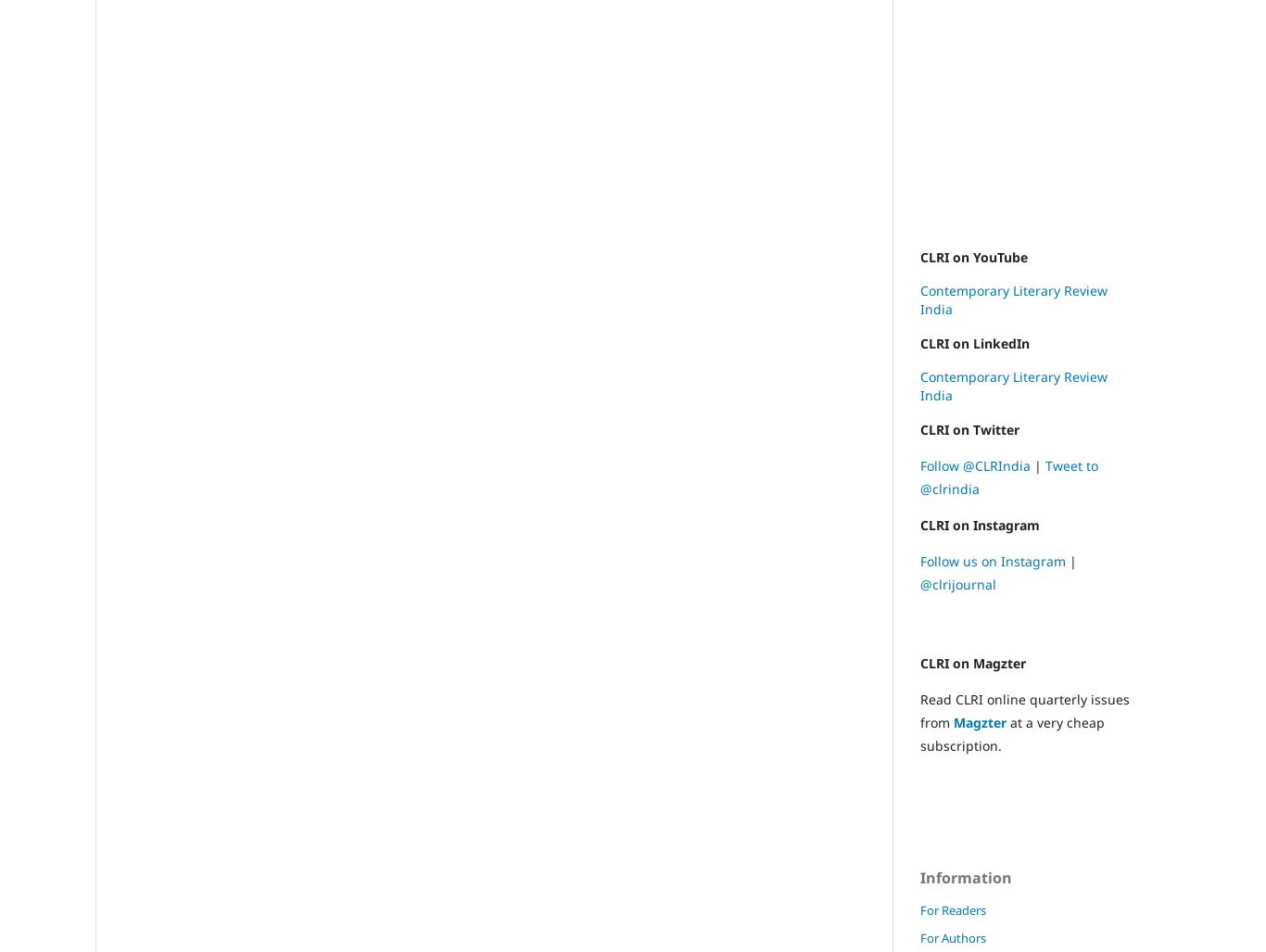  I want to click on 'CLRI on Twitter', so click(968, 429).